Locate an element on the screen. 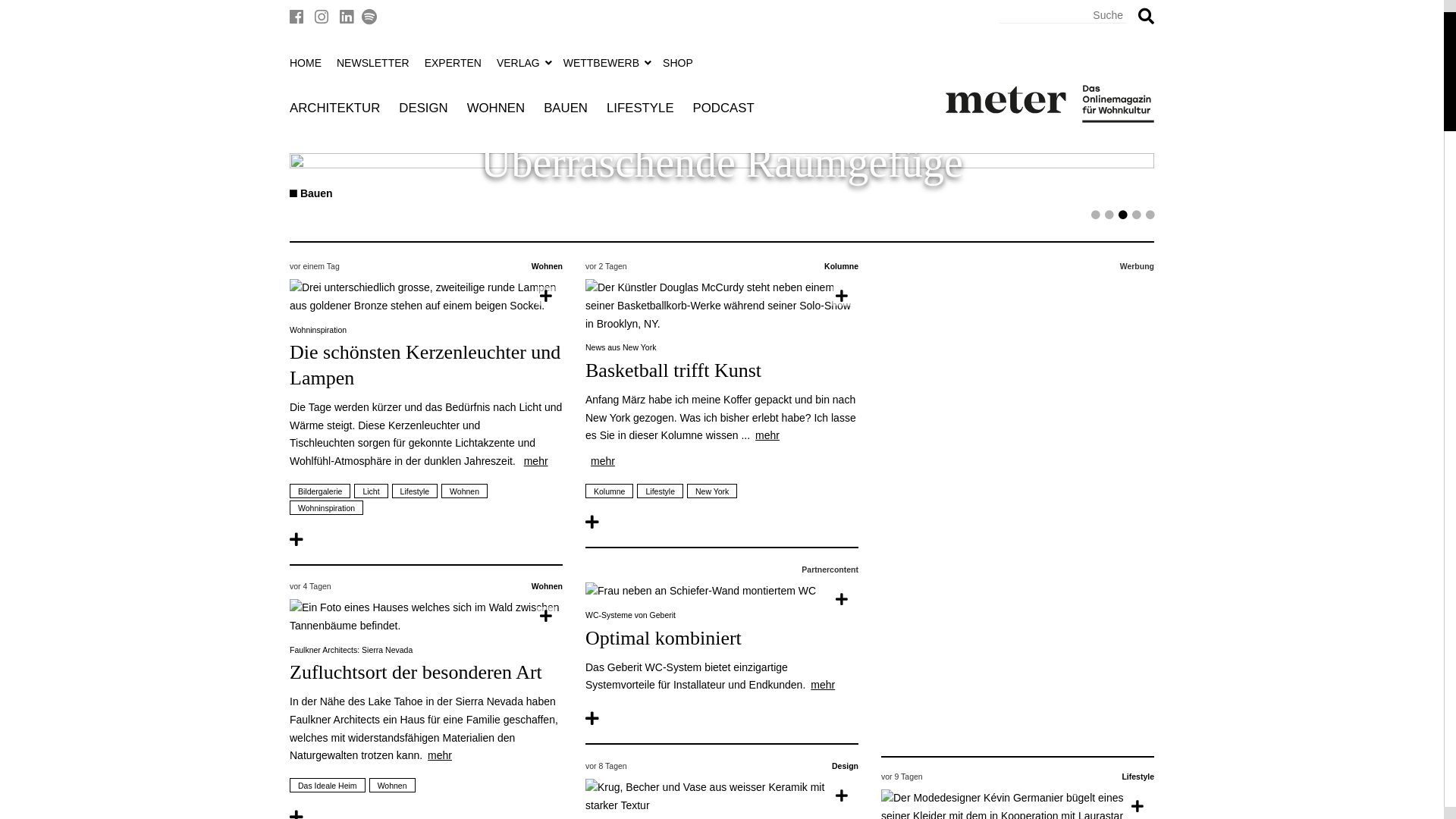 The width and height of the screenshot is (1456, 819). 'WOHNEN' is located at coordinates (495, 108).